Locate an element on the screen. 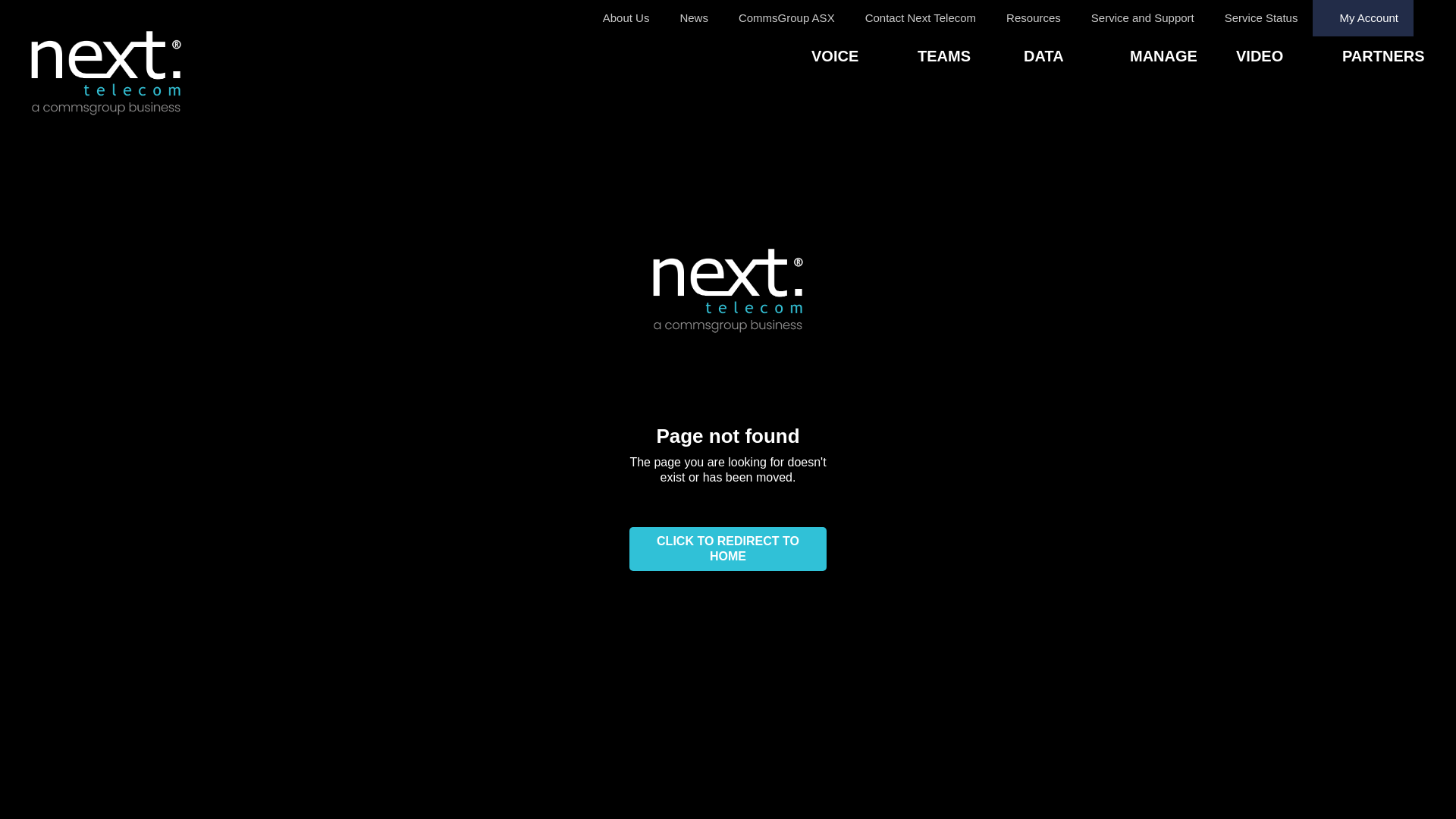 Image resolution: width=1456 pixels, height=819 pixels. 'Resources' is located at coordinates (990, 17).